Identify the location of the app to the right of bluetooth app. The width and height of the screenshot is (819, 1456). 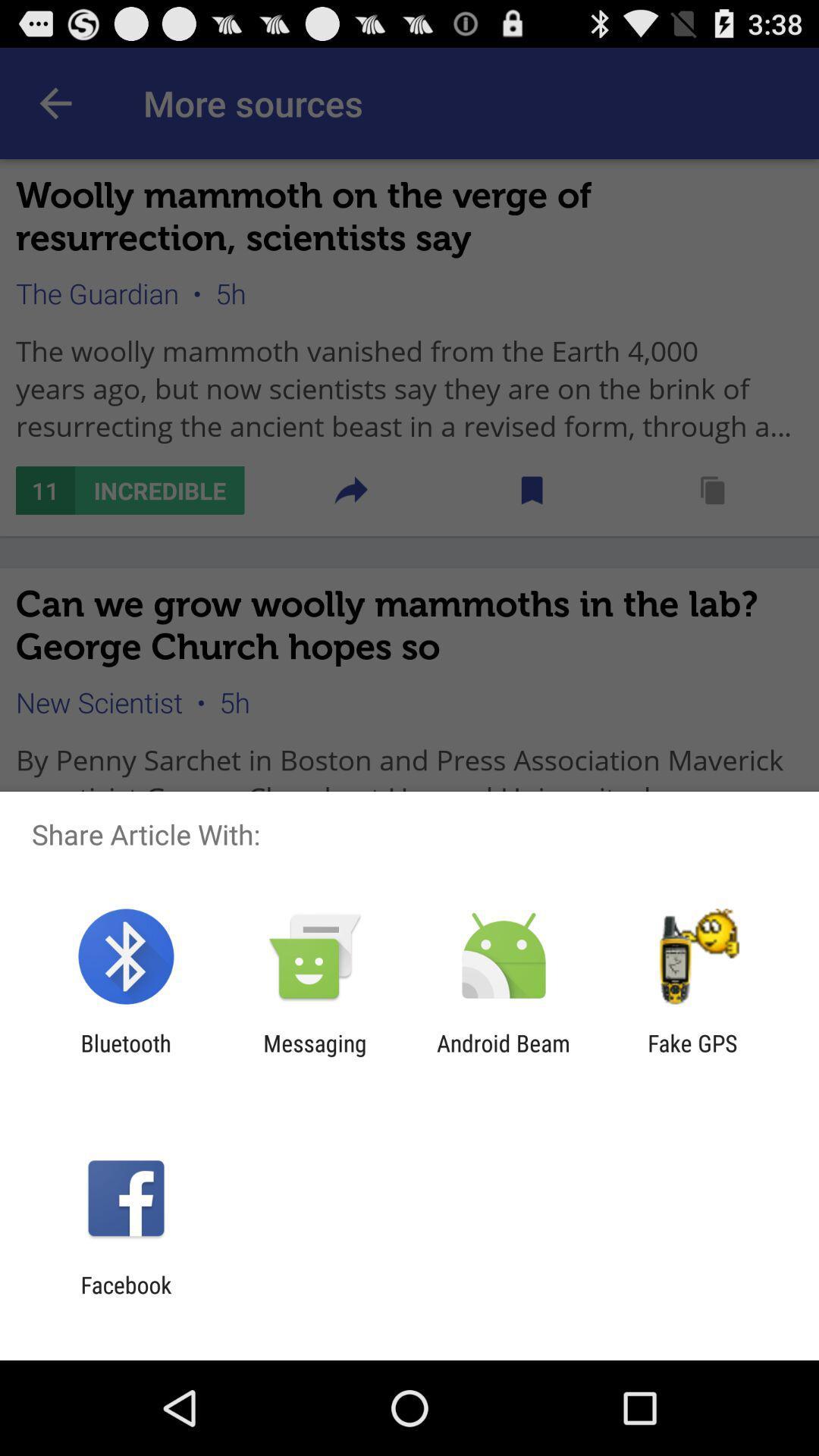
(314, 1056).